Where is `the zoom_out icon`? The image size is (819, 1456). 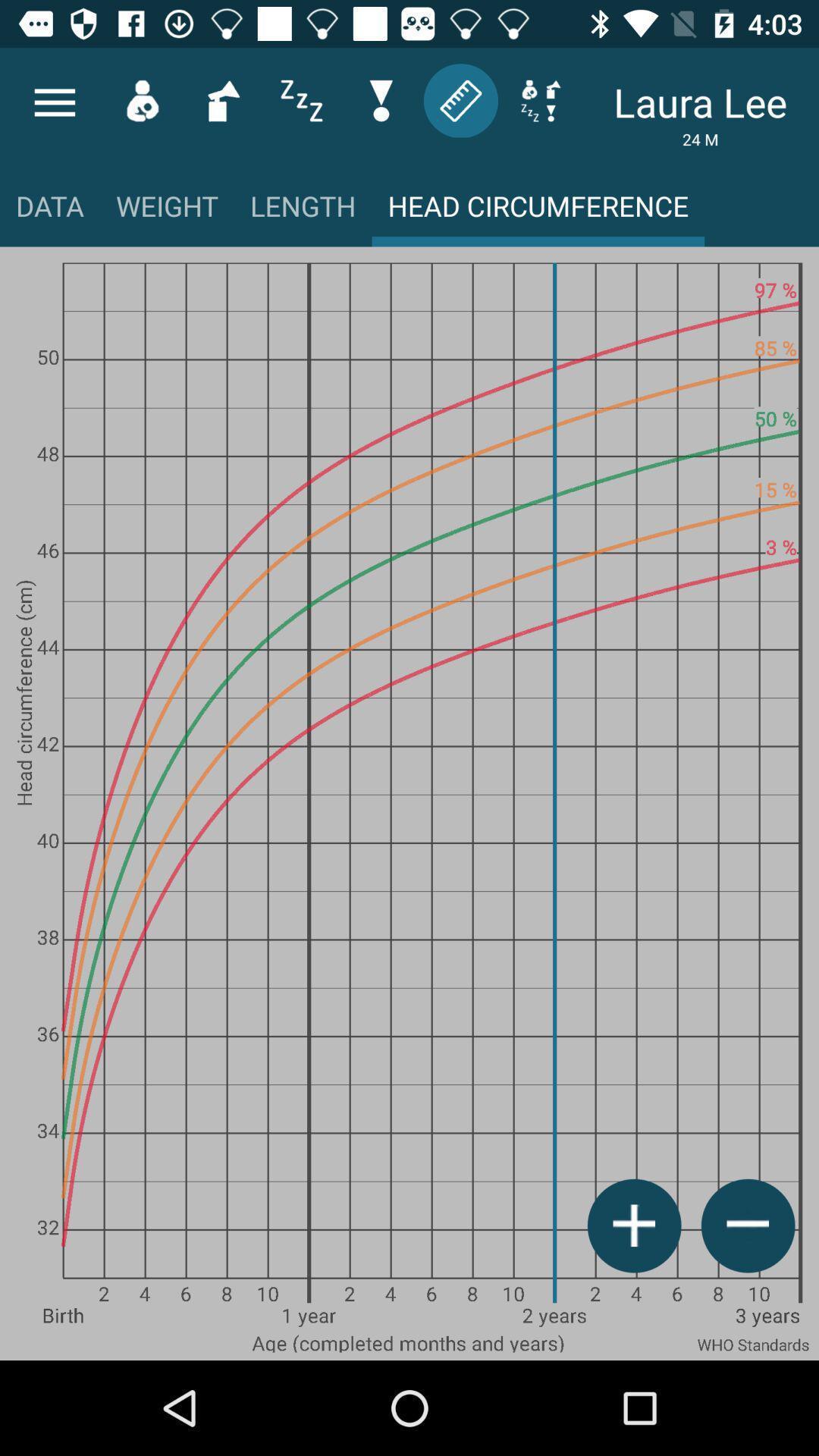
the zoom_out icon is located at coordinates (747, 1225).